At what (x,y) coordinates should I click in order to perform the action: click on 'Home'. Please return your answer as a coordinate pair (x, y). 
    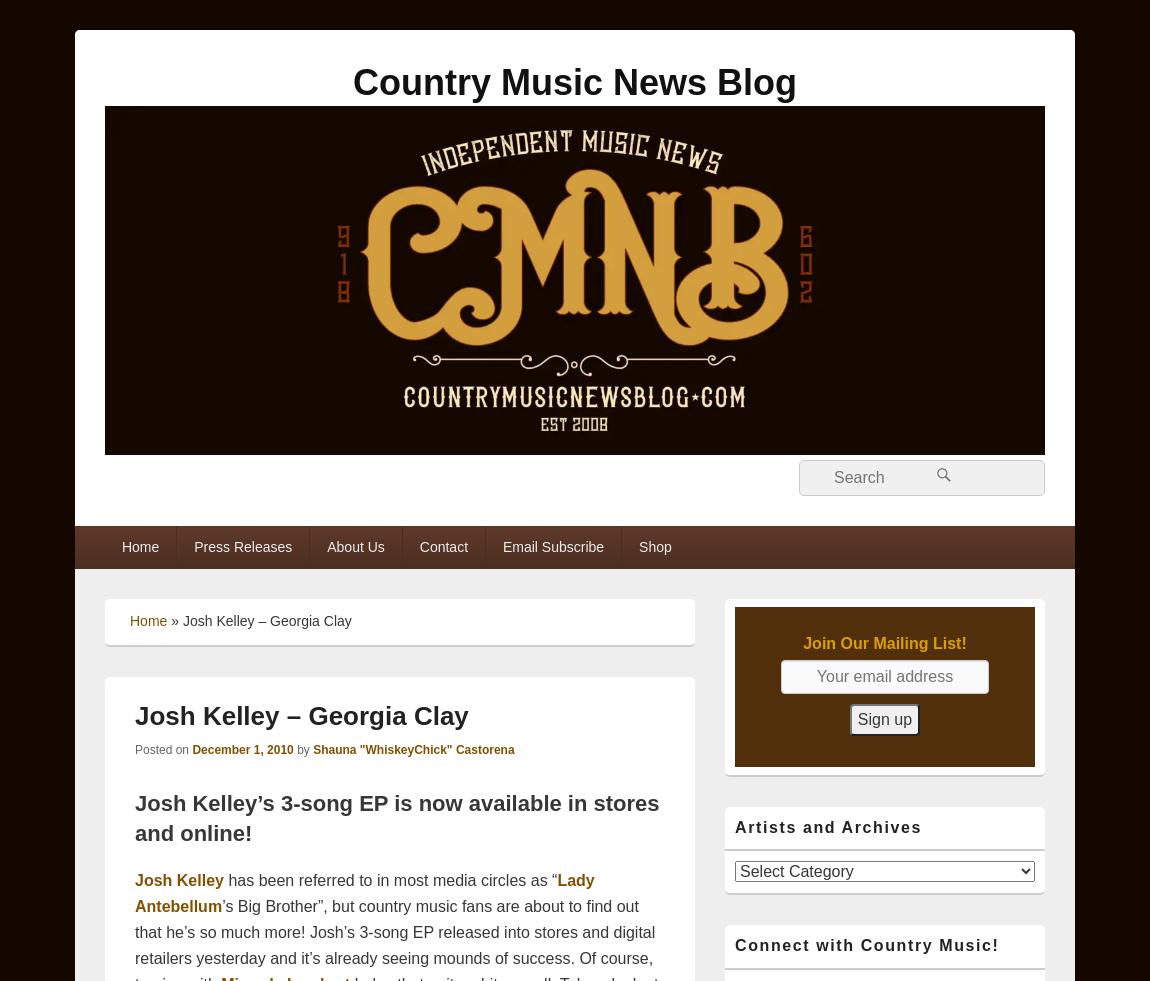
    Looking at the image, I should click on (147, 619).